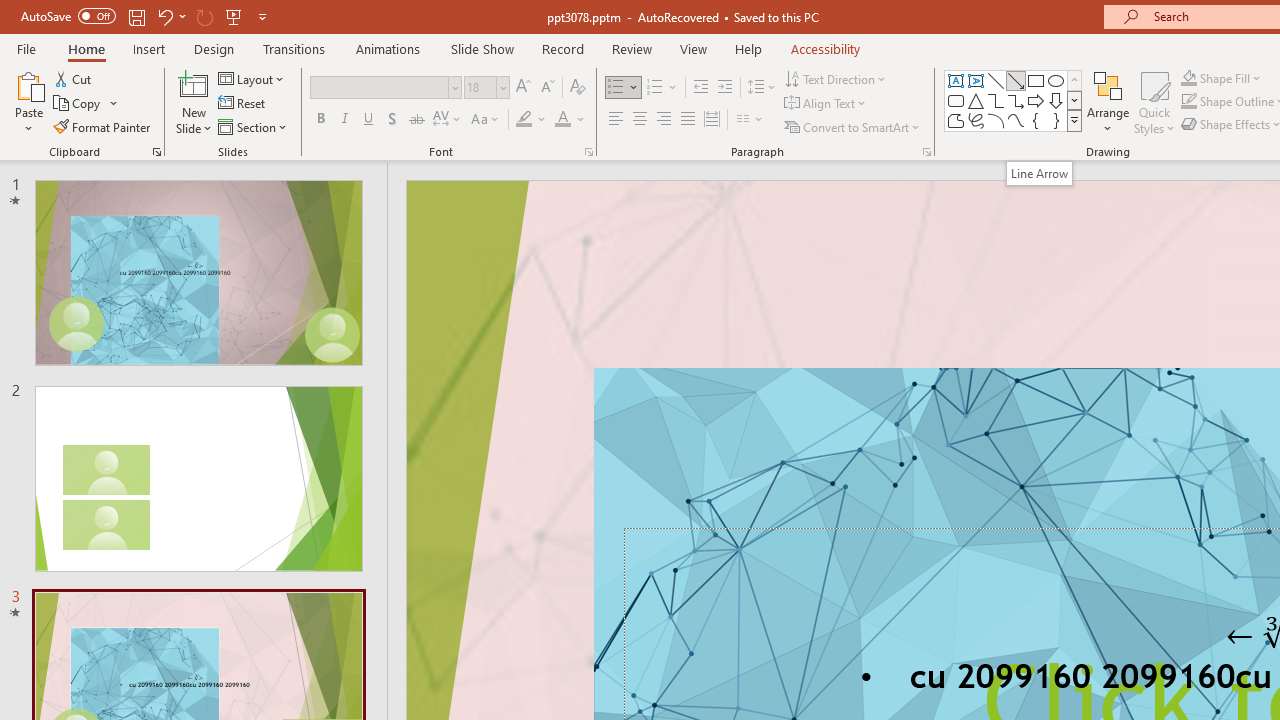 Image resolution: width=1280 pixels, height=720 pixels. What do you see at coordinates (587, 150) in the screenshot?
I see `'Font...'` at bounding box center [587, 150].